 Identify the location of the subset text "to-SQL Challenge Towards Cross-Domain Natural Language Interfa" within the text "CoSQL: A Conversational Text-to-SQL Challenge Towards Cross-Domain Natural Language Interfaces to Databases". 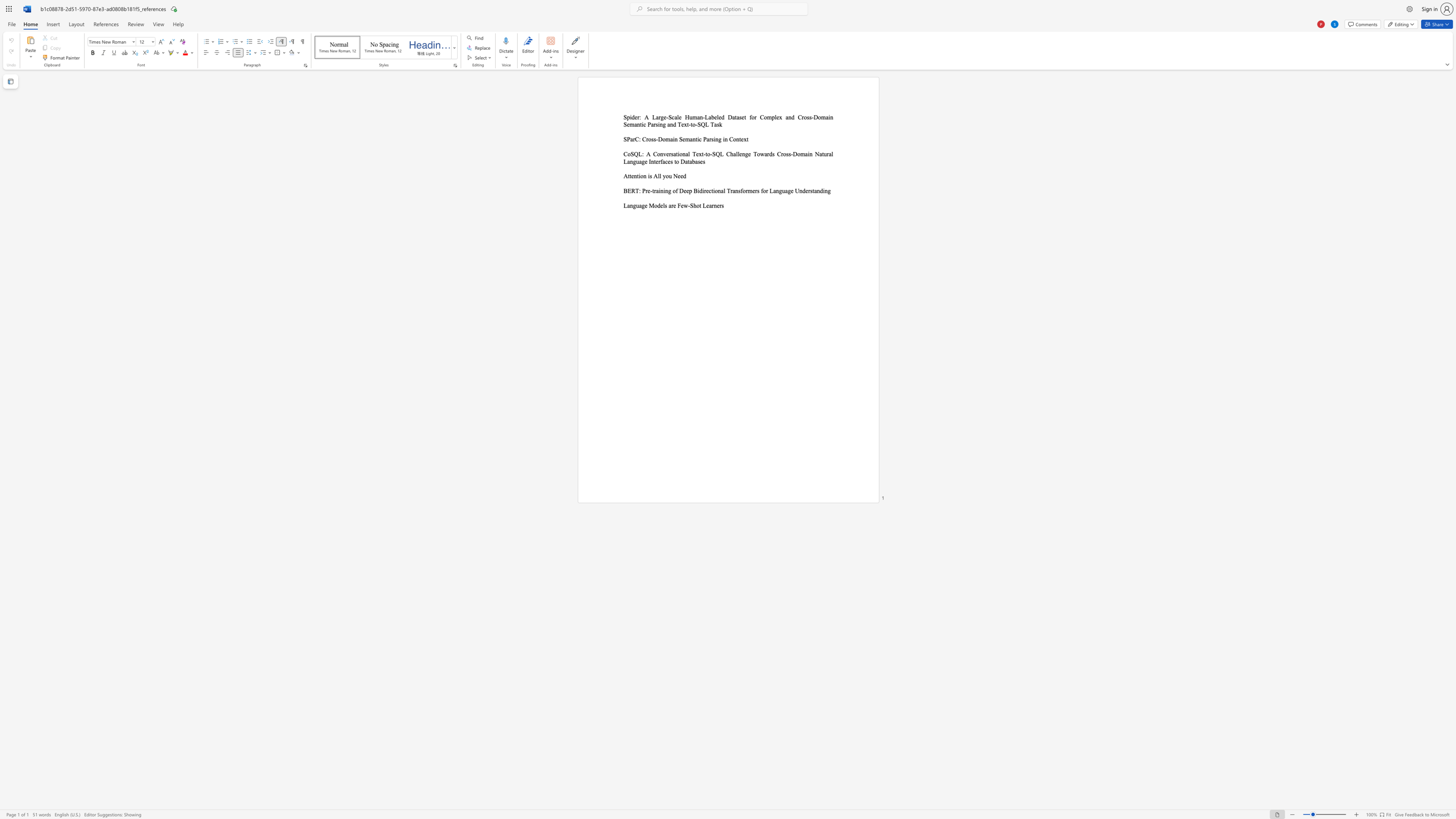
(704, 153).